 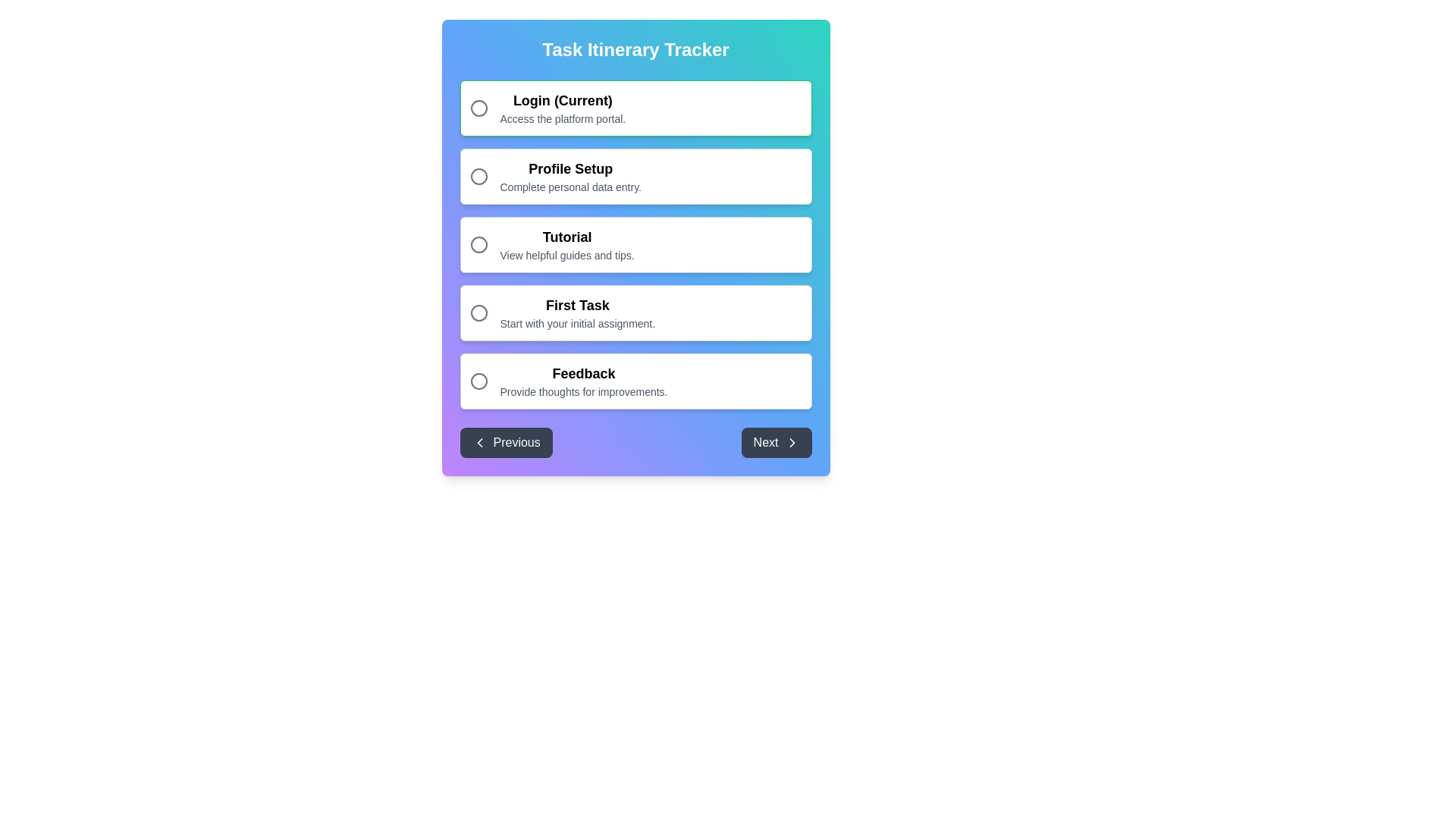 What do you see at coordinates (478, 107) in the screenshot?
I see `the 'Login (Current)' task status icon located at the top segment of the vertical task list, near the left edge` at bounding box center [478, 107].